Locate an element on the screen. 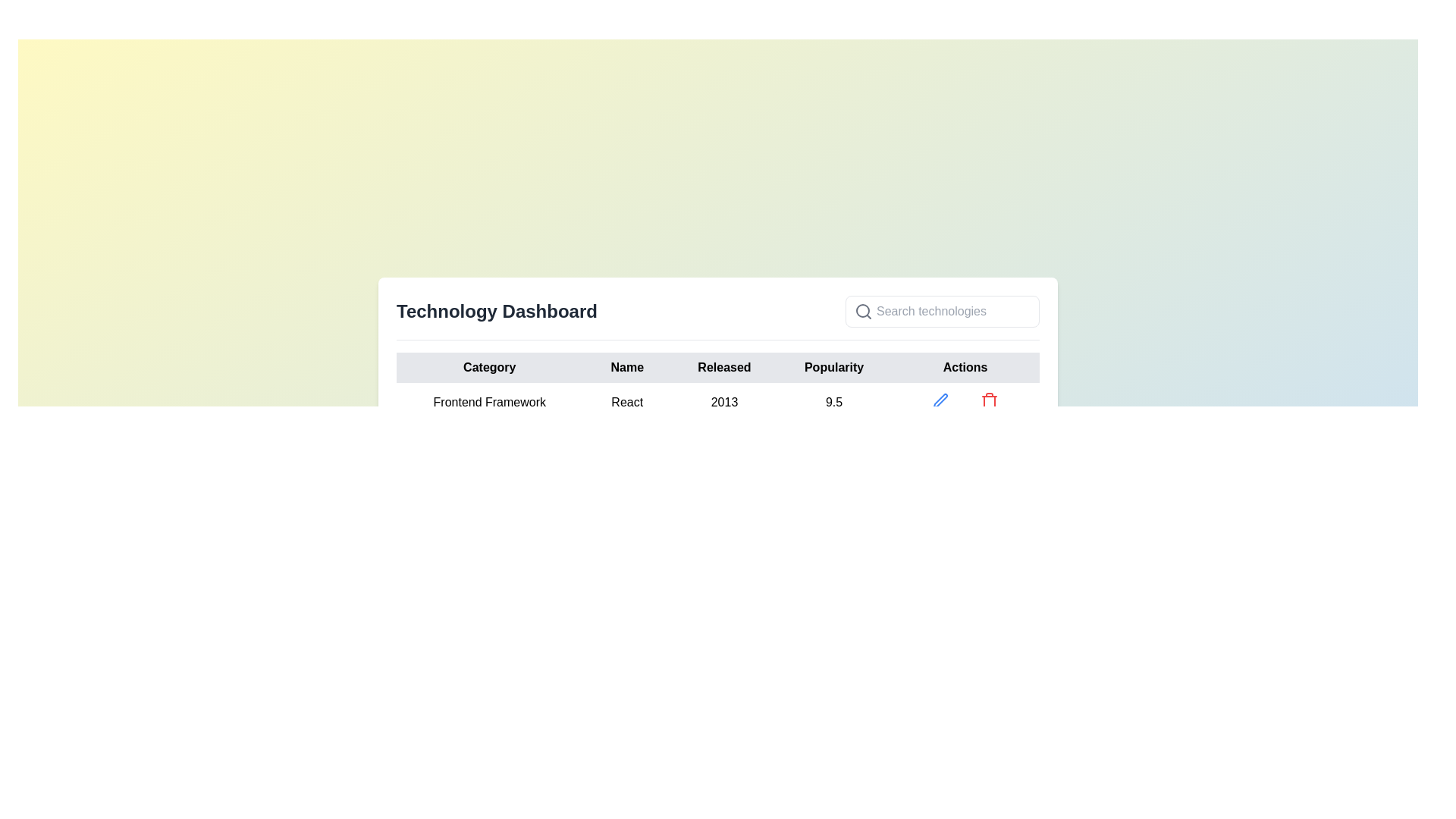 The height and width of the screenshot is (819, 1456). header labels of the table, which is located at the top of the table structure and spans horizontally across the width of the table is located at coordinates (717, 368).